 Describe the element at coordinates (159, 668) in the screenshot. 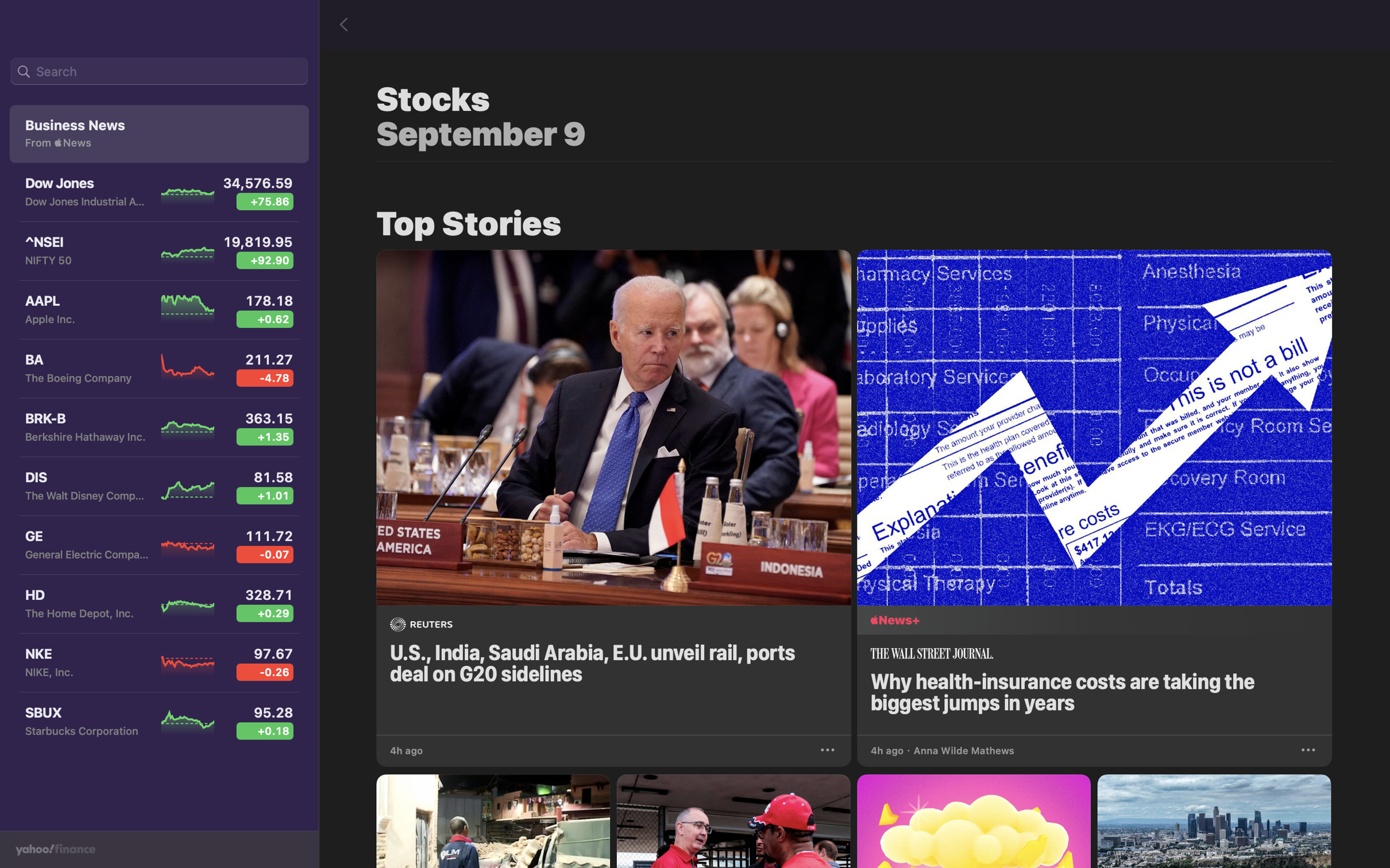

I see `the Nike stock for additional information` at that location.